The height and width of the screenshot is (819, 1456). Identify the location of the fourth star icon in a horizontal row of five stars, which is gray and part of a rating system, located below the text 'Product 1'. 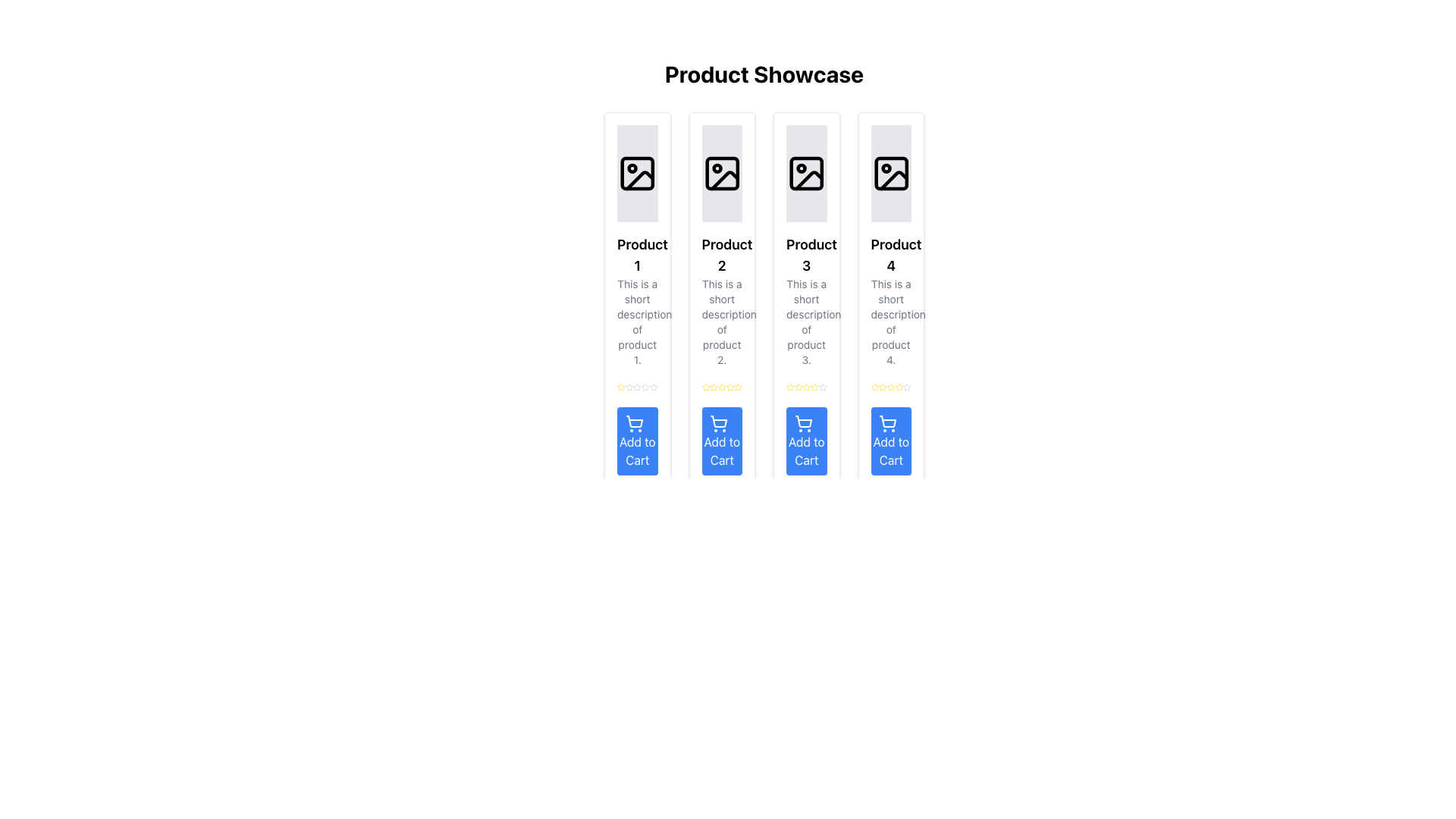
(637, 386).